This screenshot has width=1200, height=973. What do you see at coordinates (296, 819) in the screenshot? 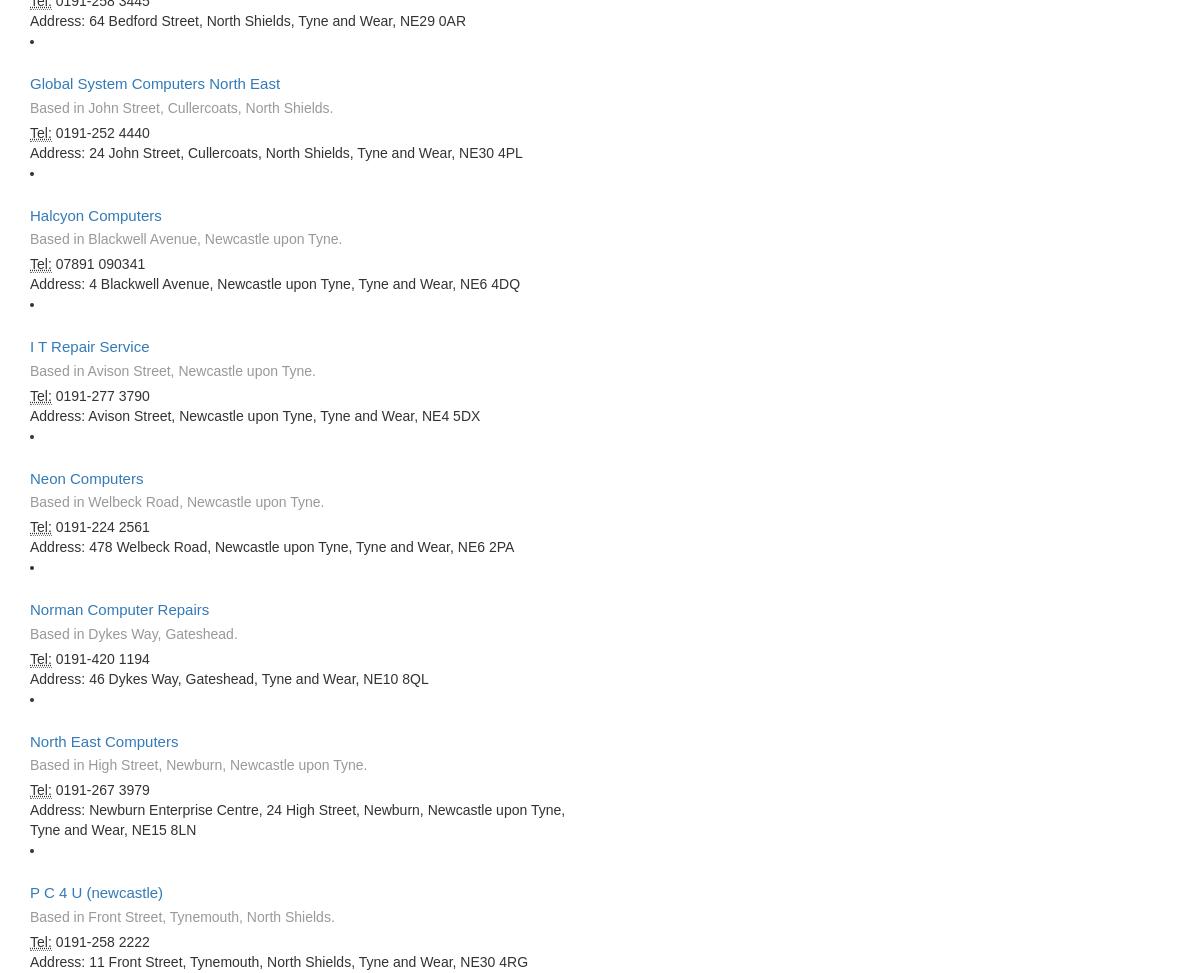
I see `'Address: Newburn Enterprise Centre, 24 High Street, Newburn, Newcastle upon Tyne, Tyne and Wear, NE15 8LN'` at bounding box center [296, 819].